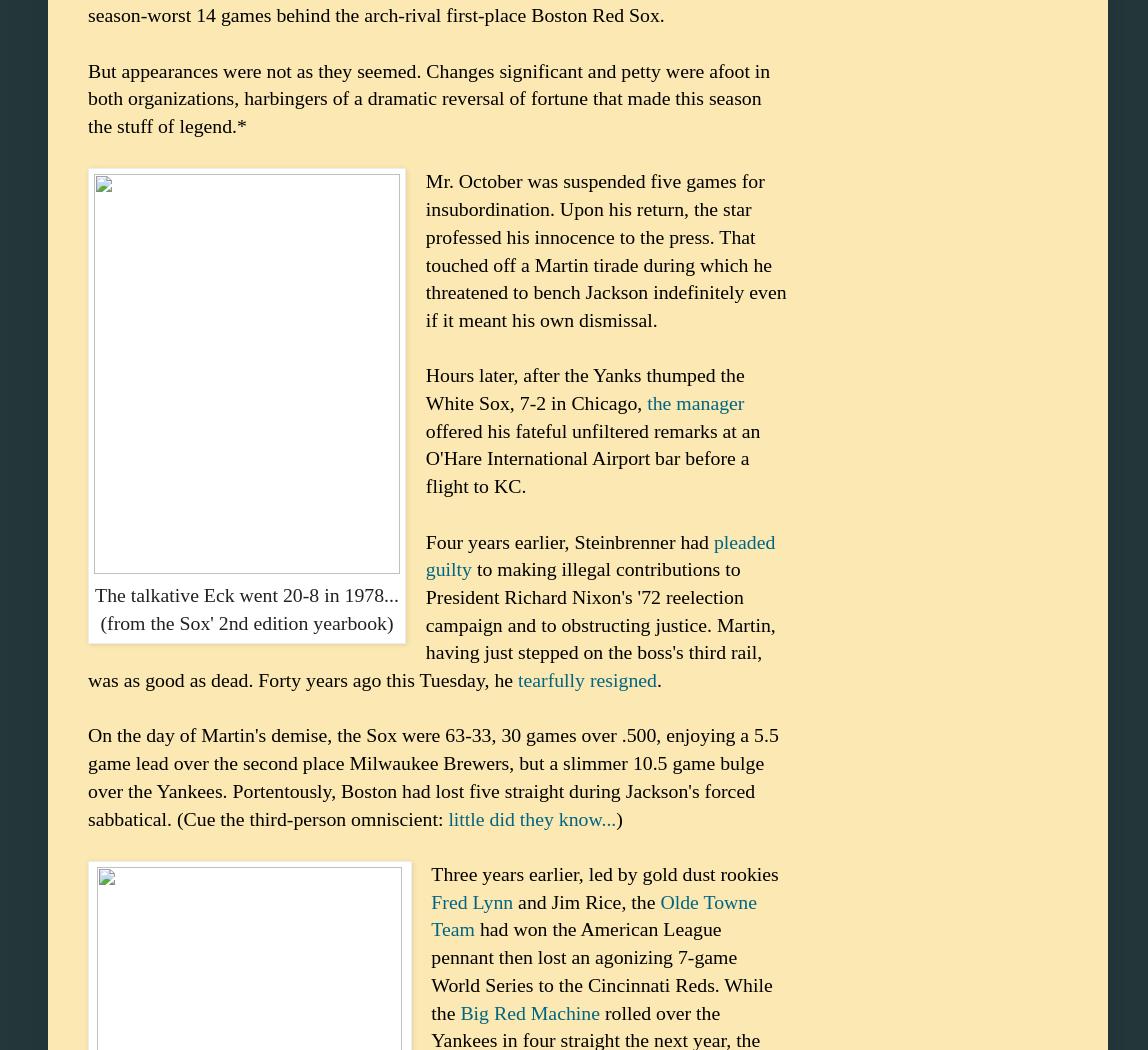 The height and width of the screenshot is (1050, 1148). What do you see at coordinates (246, 594) in the screenshot?
I see `'The talkative Eck went 20-8 in 1978...'` at bounding box center [246, 594].